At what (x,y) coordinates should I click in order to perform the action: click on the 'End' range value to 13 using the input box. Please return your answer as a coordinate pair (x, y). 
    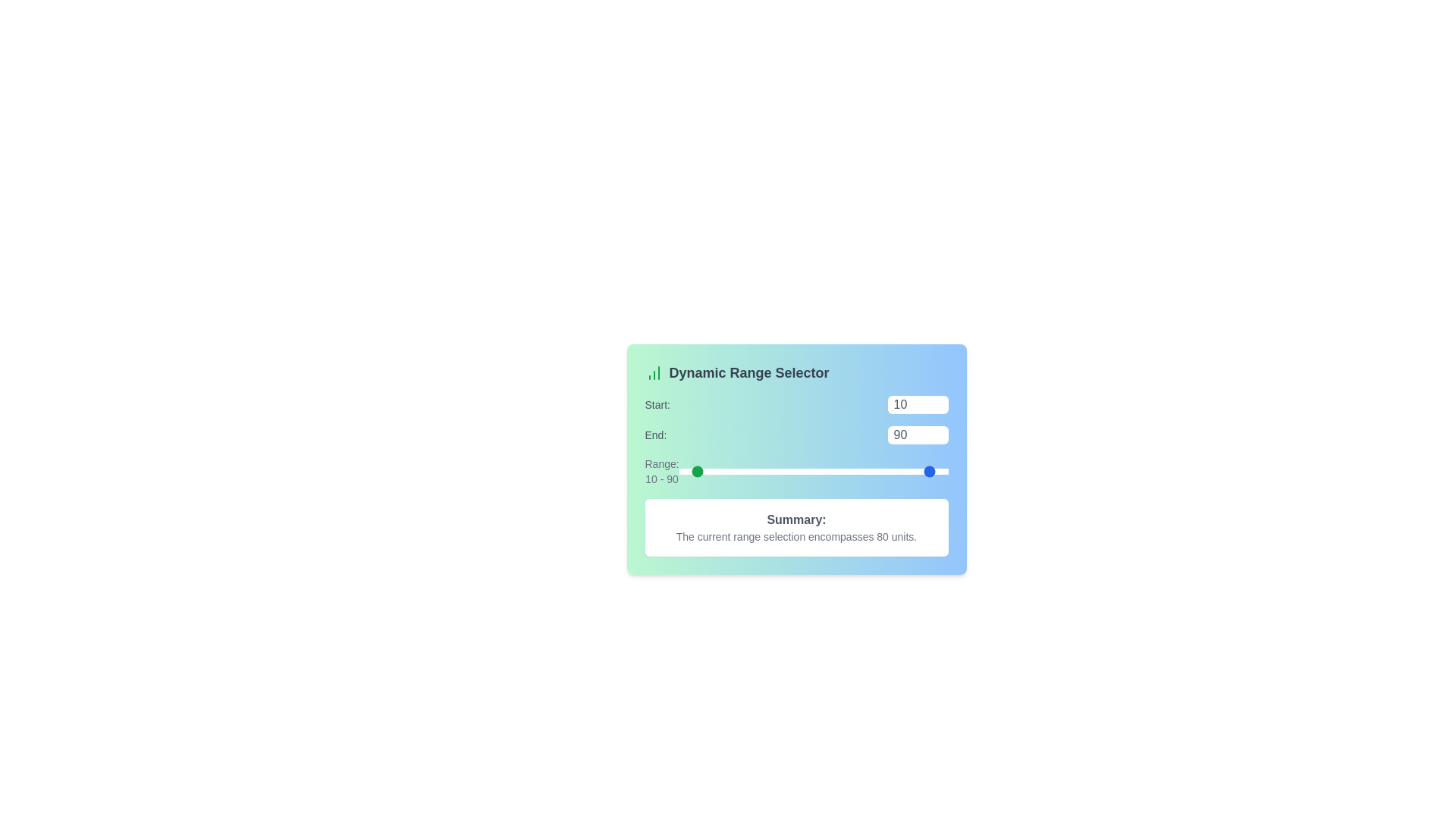
    Looking at the image, I should click on (917, 435).